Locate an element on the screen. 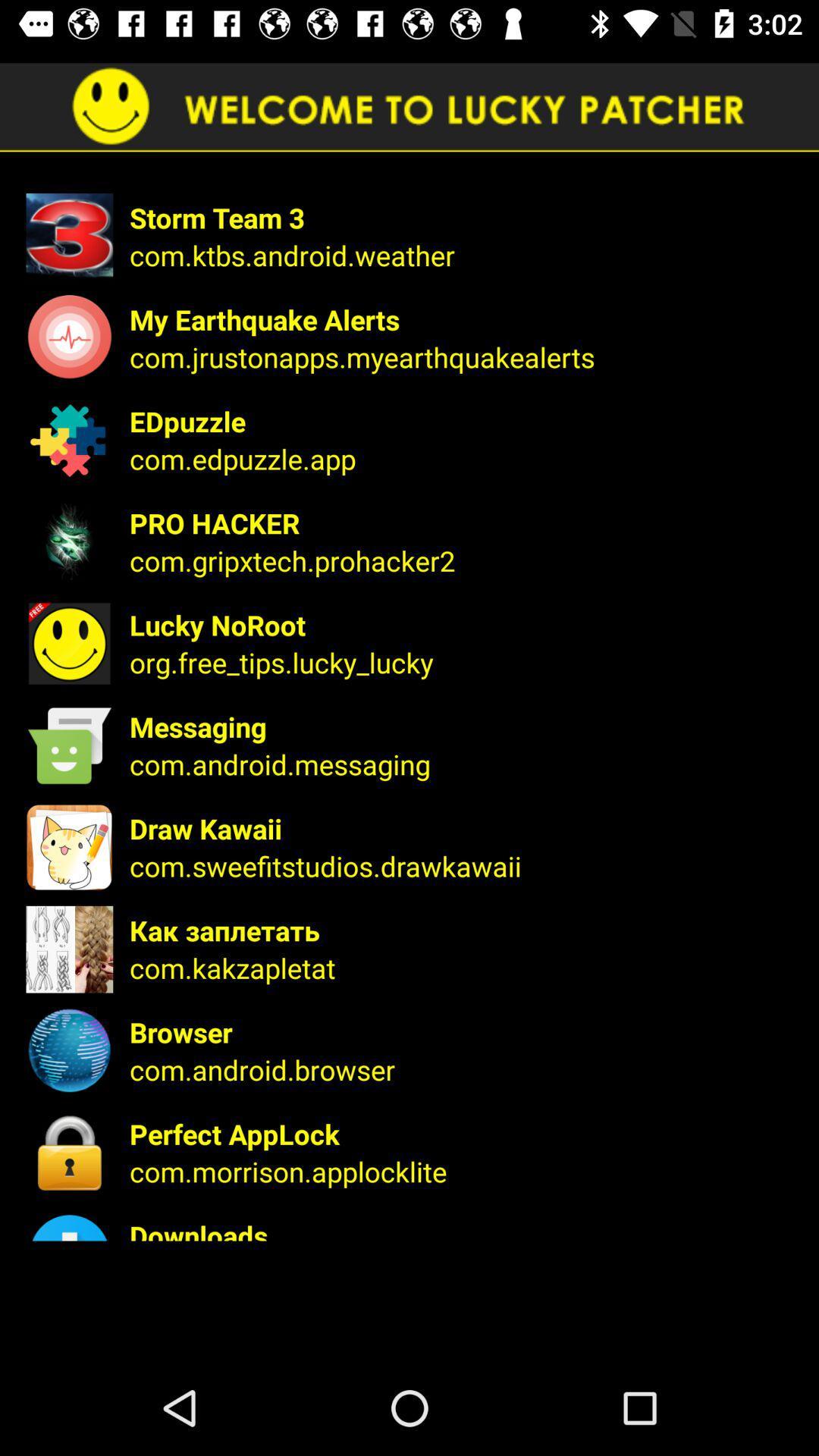 The width and height of the screenshot is (819, 1456). the storm team 3 is located at coordinates (463, 217).